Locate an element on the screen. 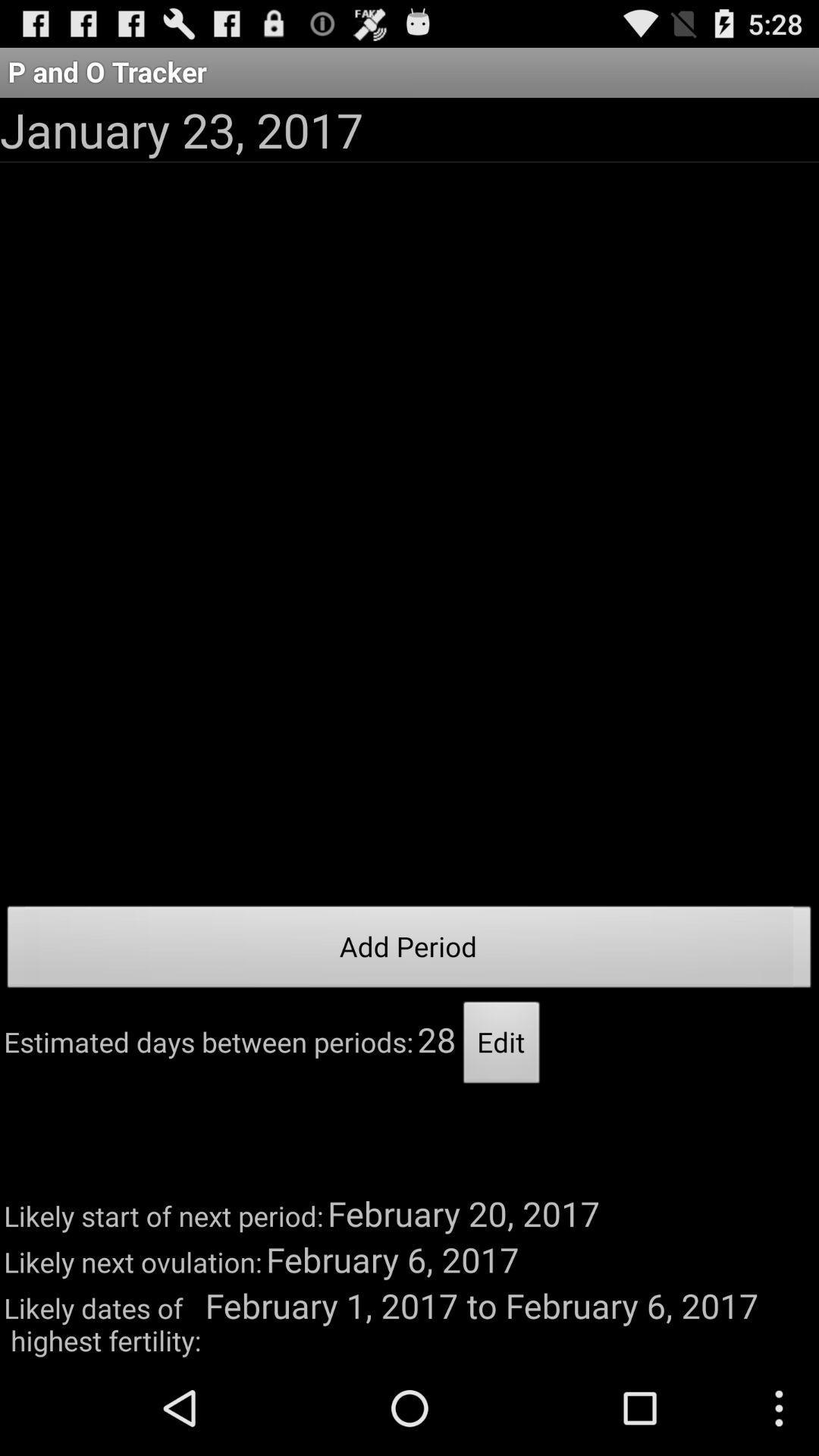 The image size is (819, 1456). item next to the 28 item is located at coordinates (501, 1046).